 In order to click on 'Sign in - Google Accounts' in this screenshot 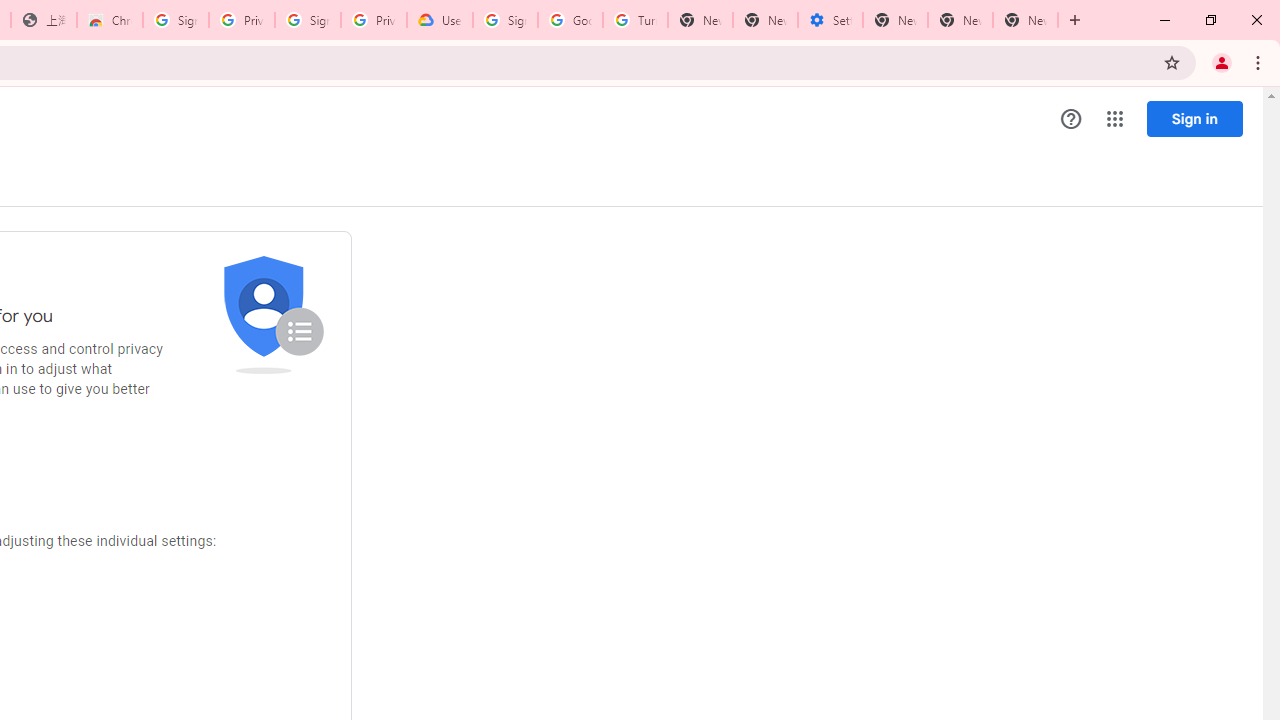, I will do `click(176, 20)`.